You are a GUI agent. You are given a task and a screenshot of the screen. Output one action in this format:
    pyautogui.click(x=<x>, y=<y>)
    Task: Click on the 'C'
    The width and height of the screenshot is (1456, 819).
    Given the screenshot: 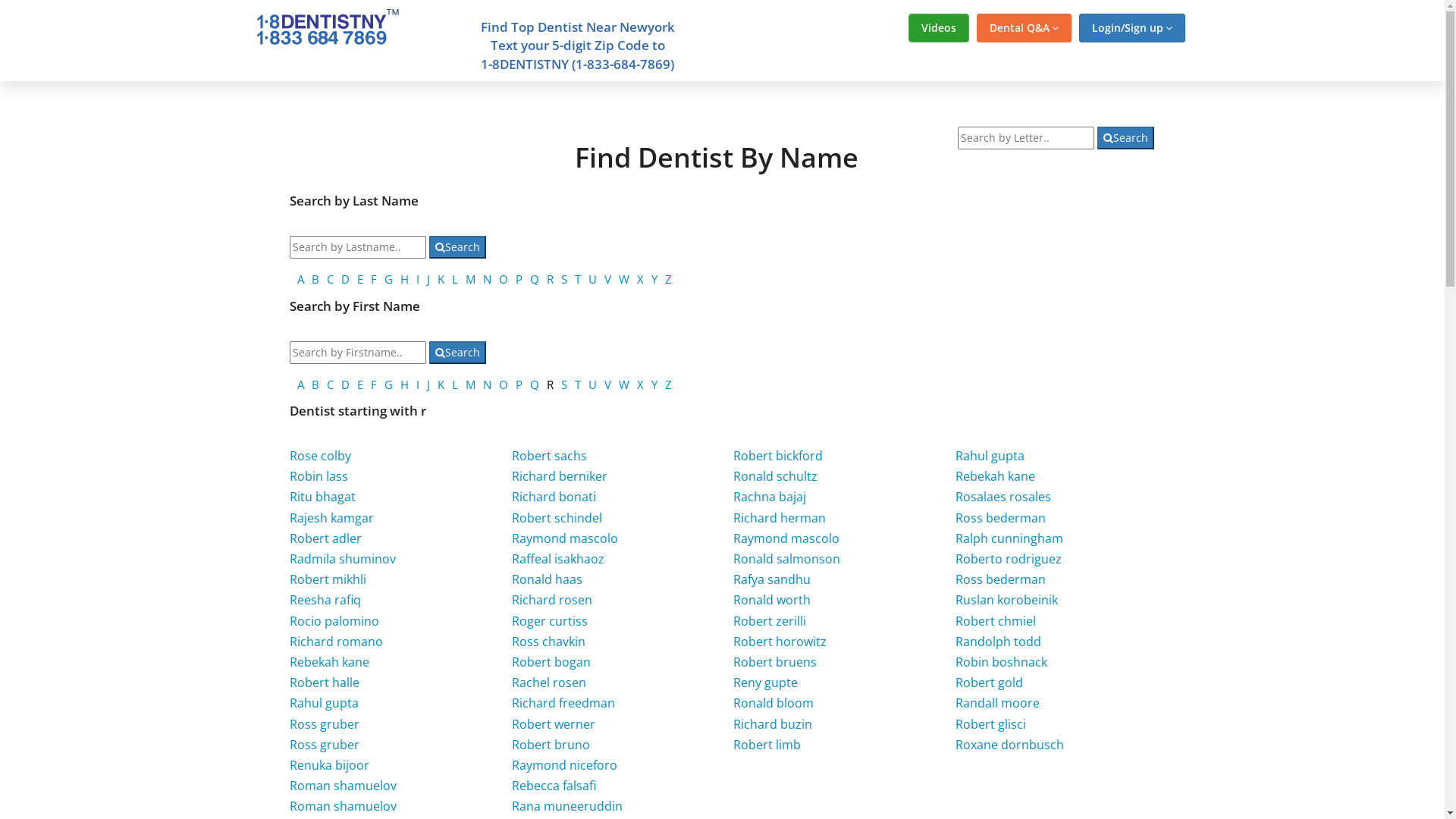 What is the action you would take?
    pyautogui.click(x=326, y=383)
    